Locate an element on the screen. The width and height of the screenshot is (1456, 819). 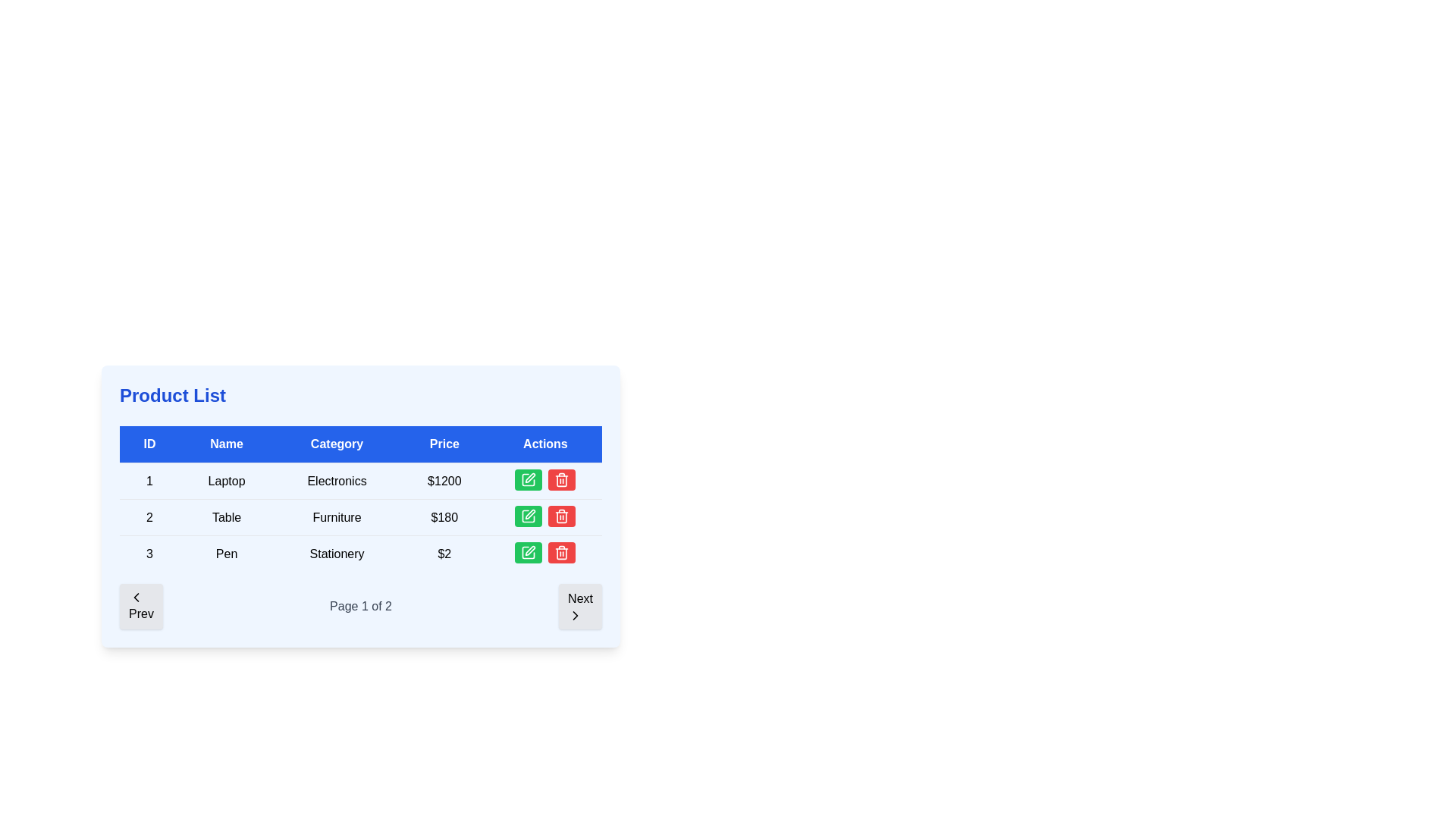
the Text Label displaying 'Pen' located in the third row of a table under the 'Name' column is located at coordinates (226, 554).